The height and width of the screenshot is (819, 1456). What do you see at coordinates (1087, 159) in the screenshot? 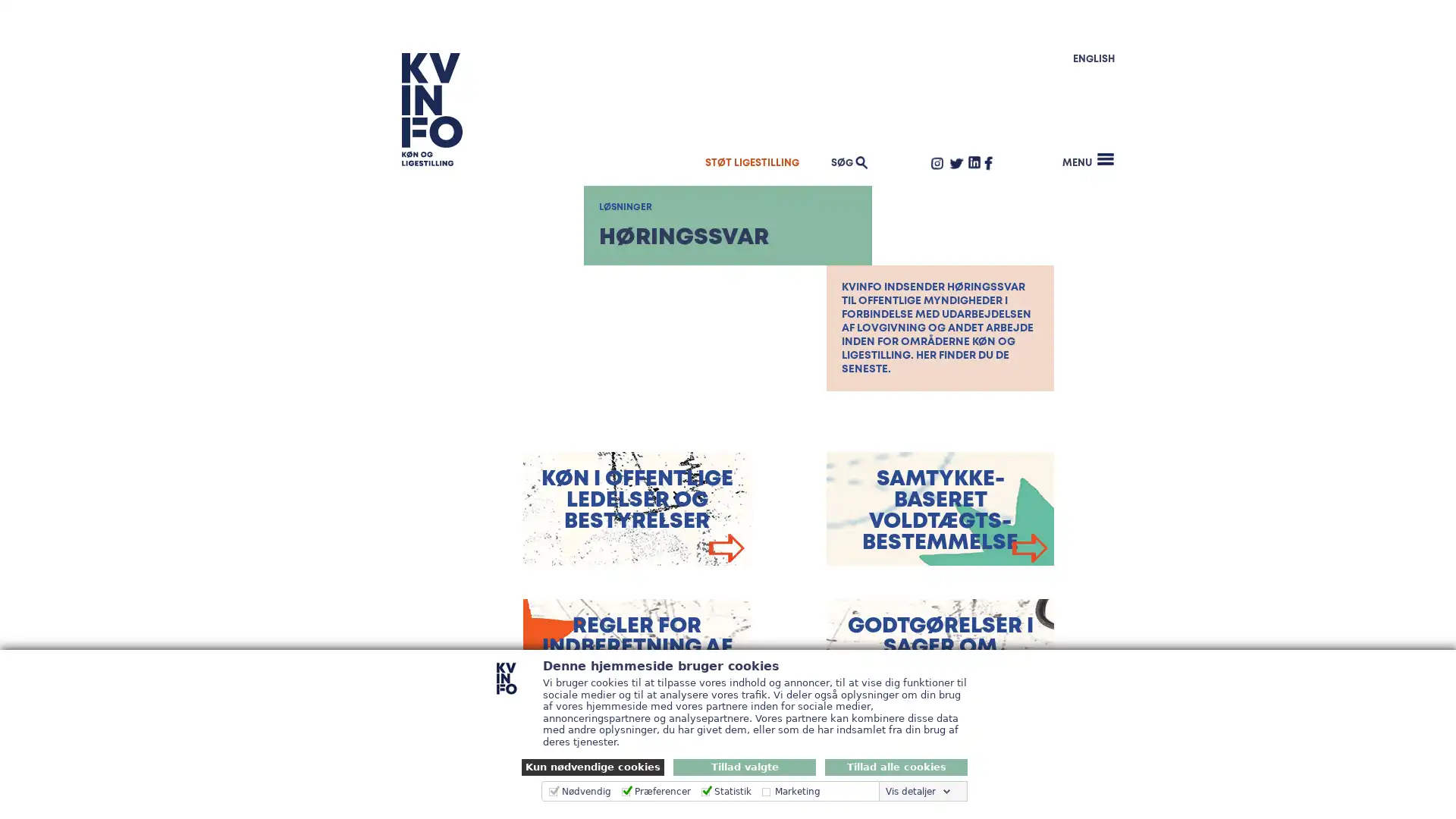
I see `MENU` at bounding box center [1087, 159].